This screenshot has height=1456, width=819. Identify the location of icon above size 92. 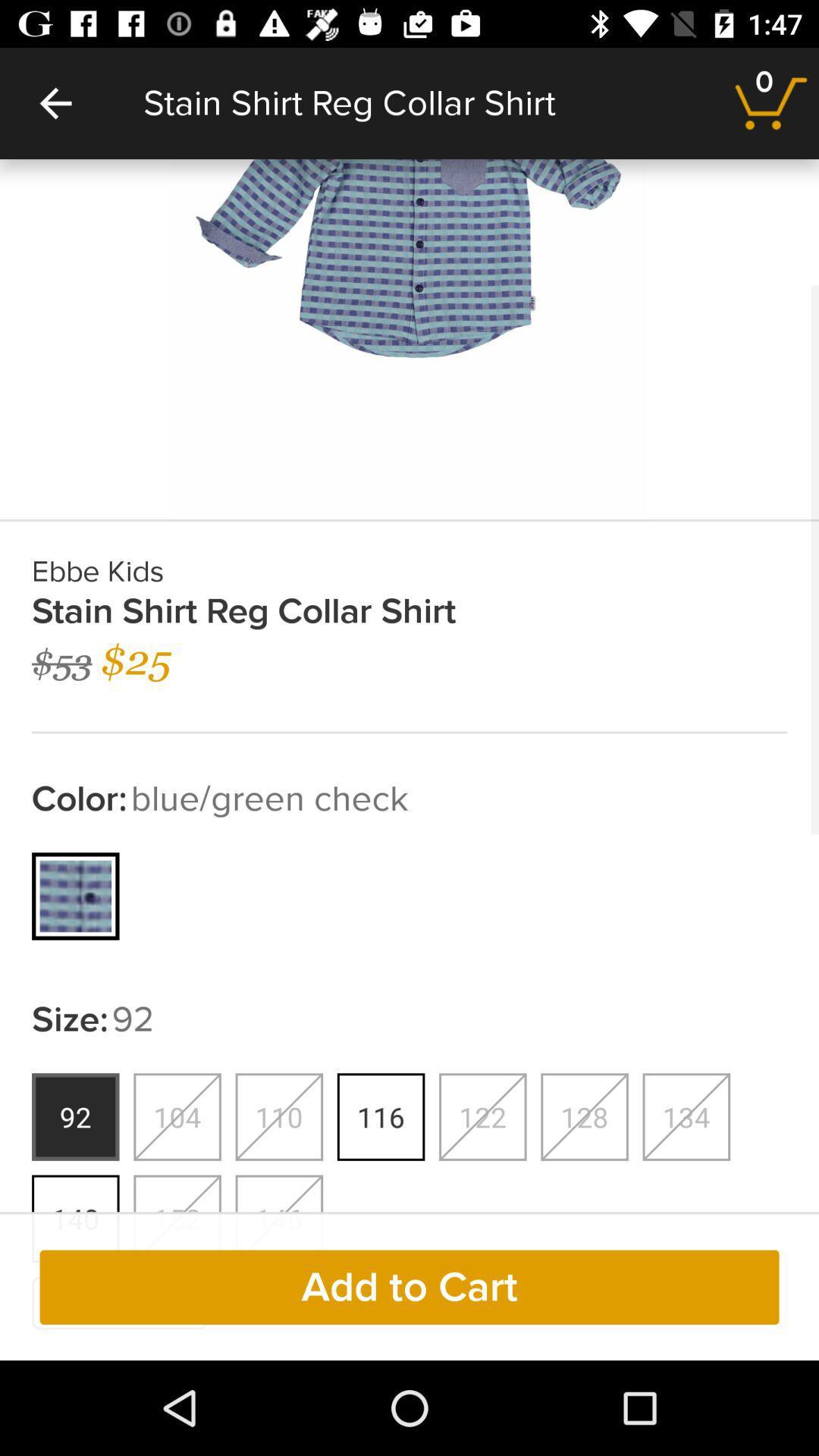
(76, 896).